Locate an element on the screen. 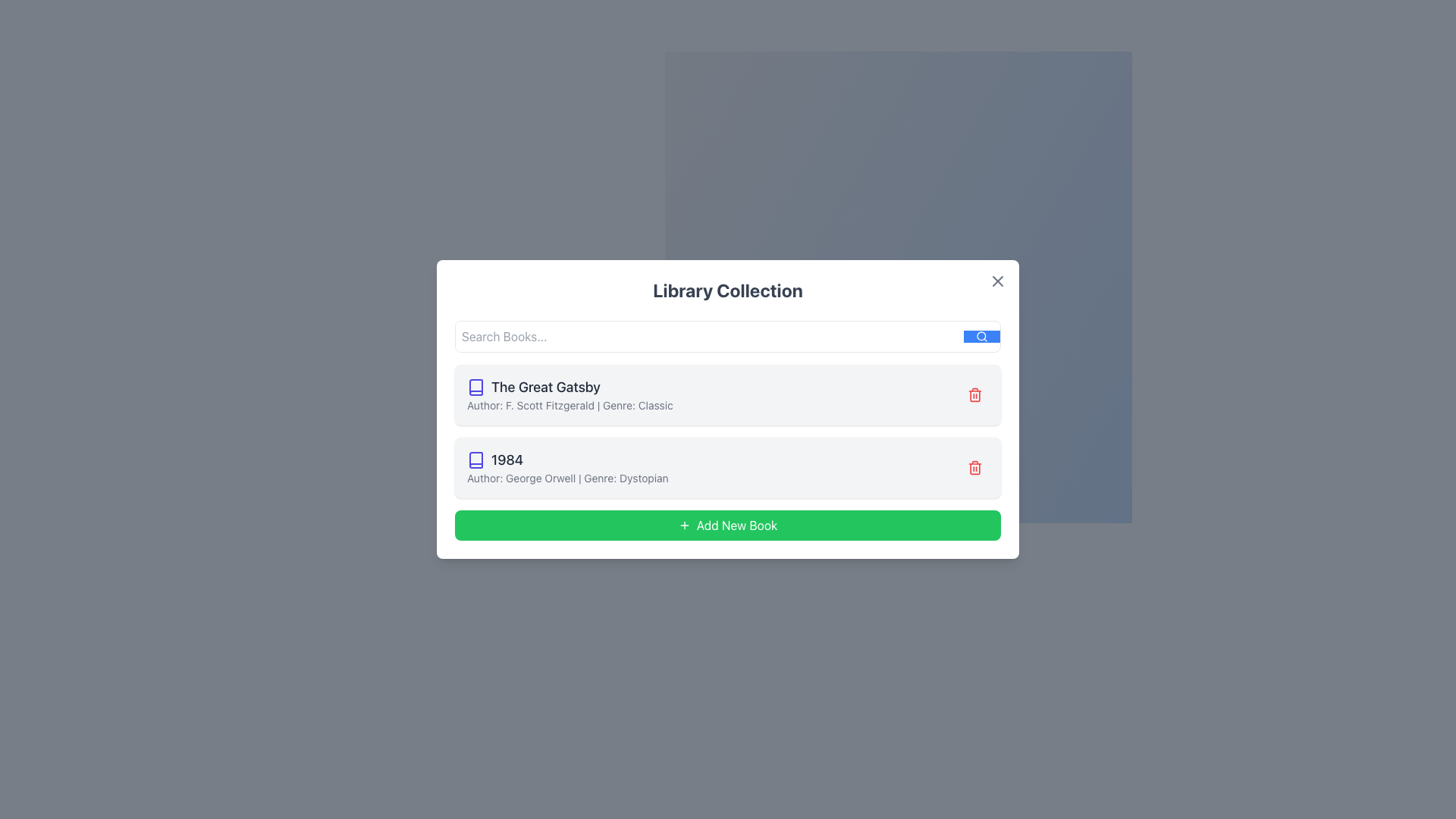  the Text Label that displays the title of the first book in the Library Collection section is located at coordinates (569, 386).